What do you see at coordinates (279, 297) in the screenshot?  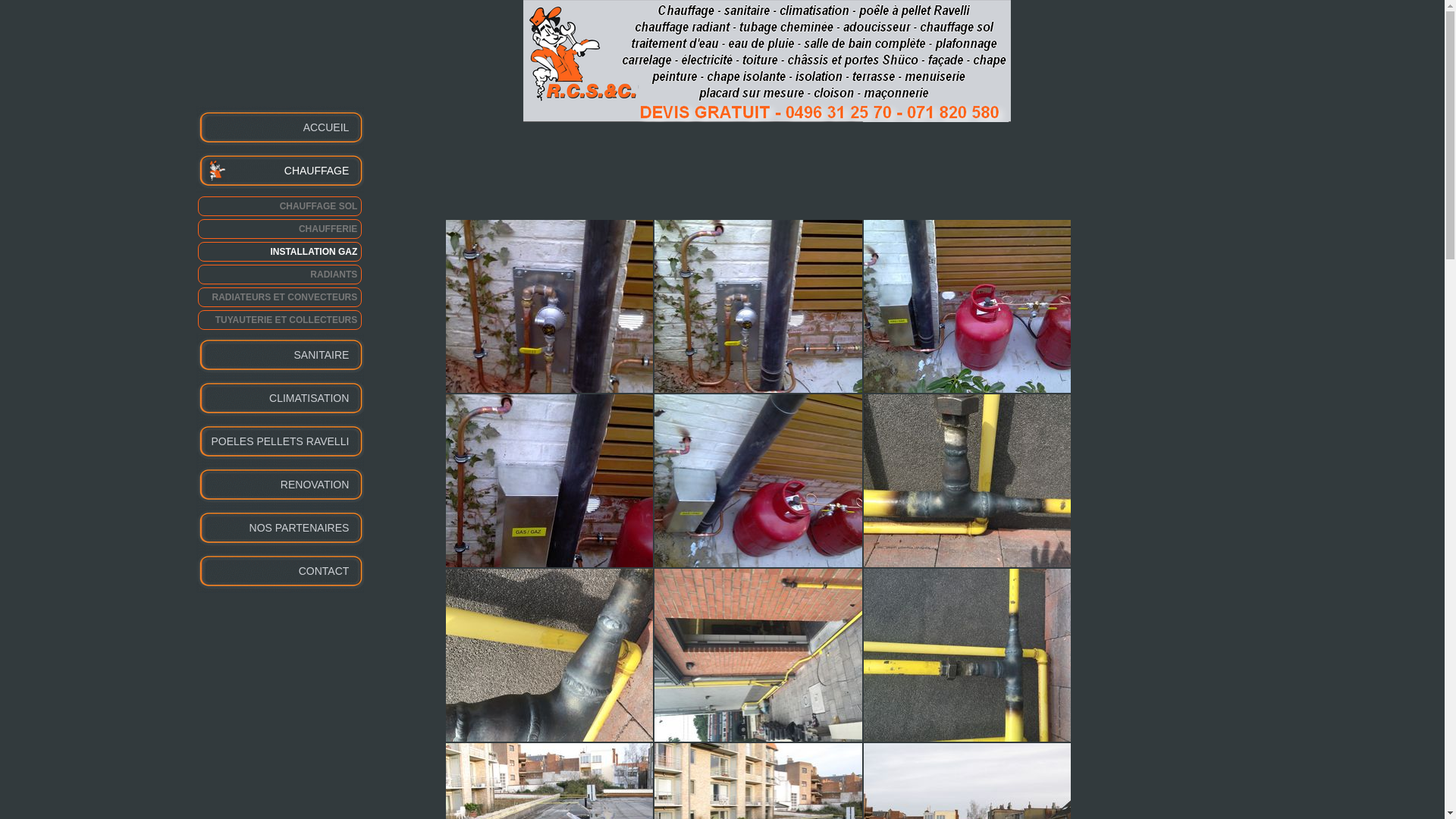 I see `'RADIATEURS ET CONVECTEURS'` at bounding box center [279, 297].